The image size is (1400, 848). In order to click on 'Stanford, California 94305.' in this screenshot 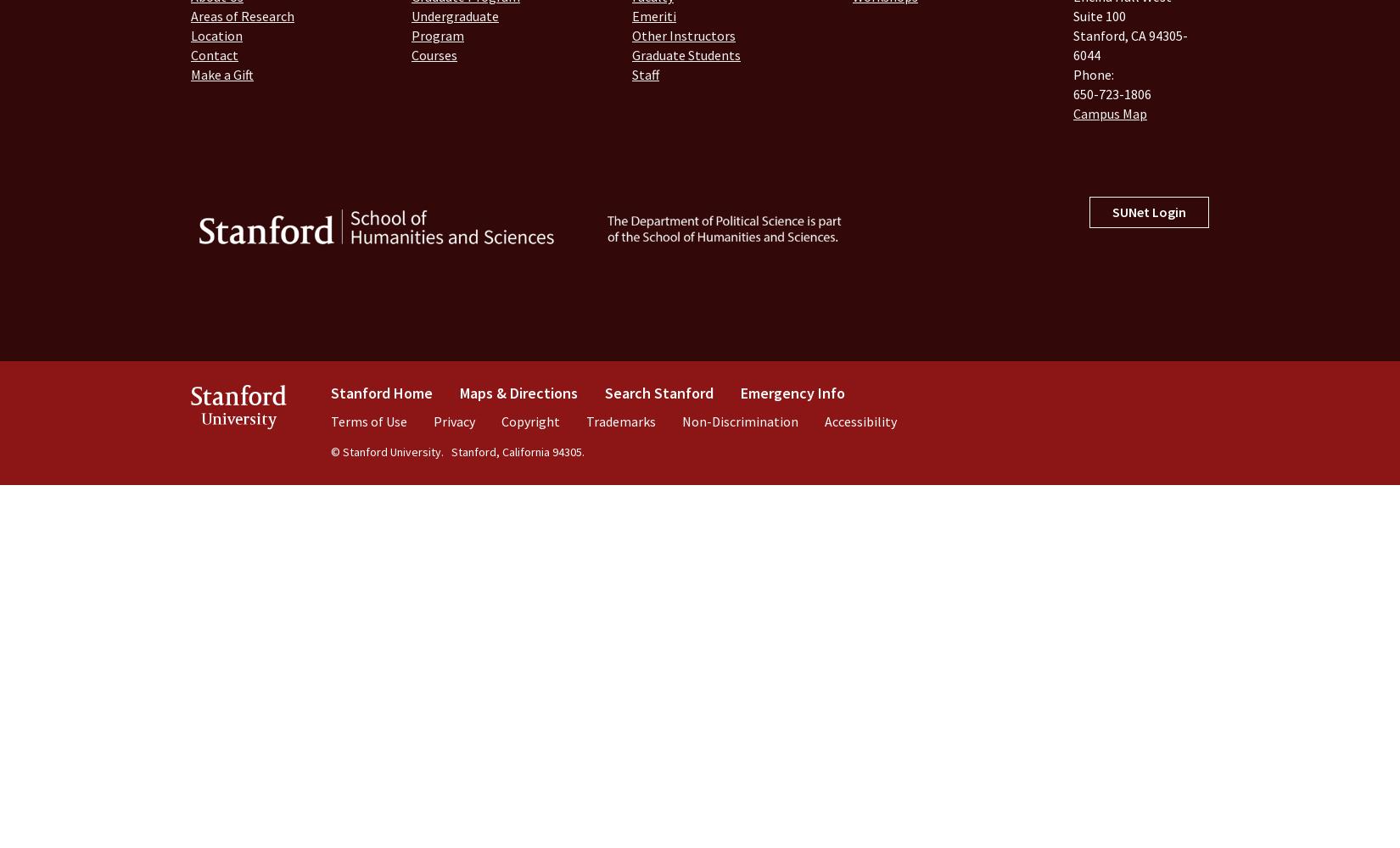, I will do `click(445, 451)`.